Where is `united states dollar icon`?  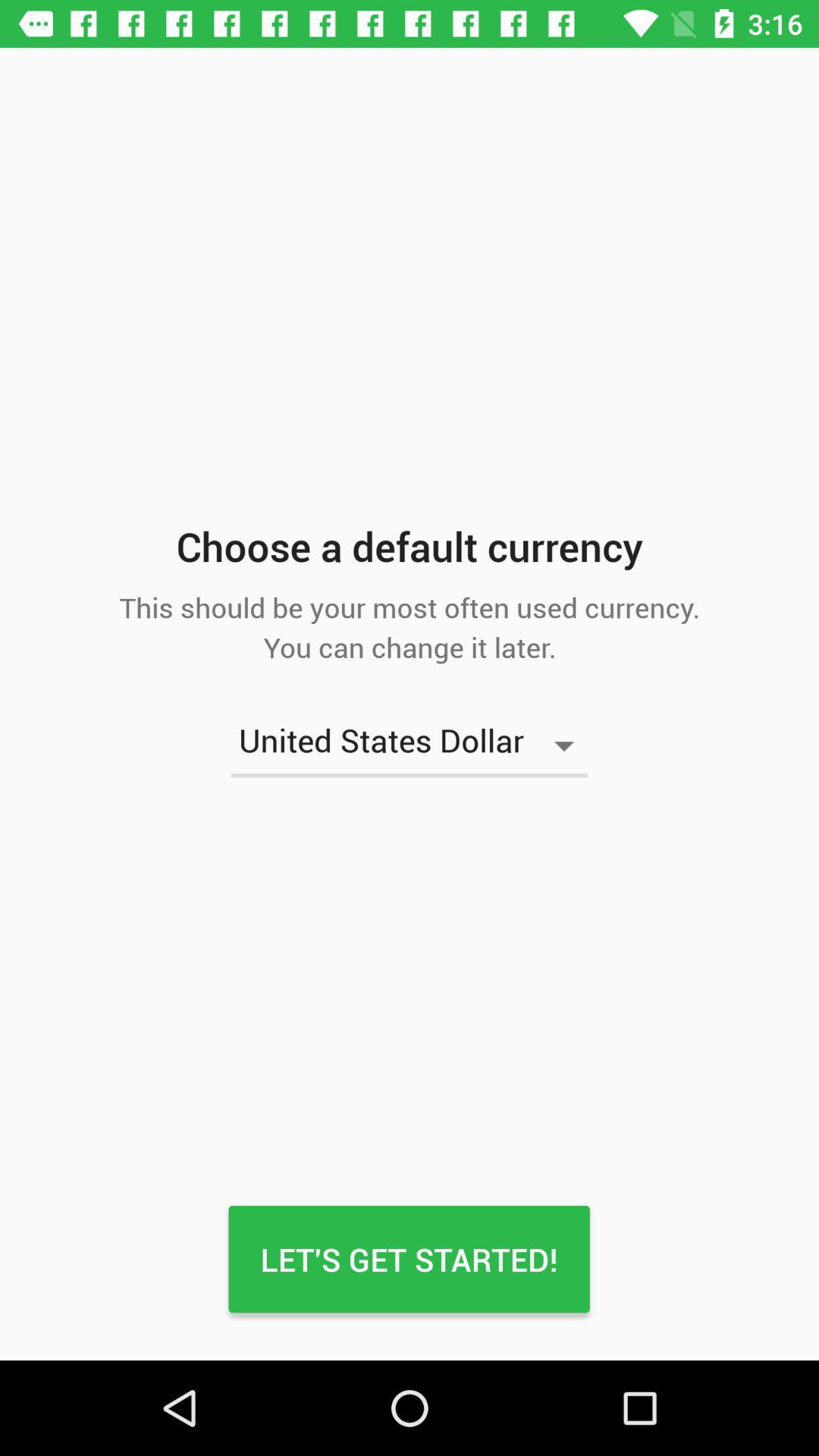 united states dollar icon is located at coordinates (409, 745).